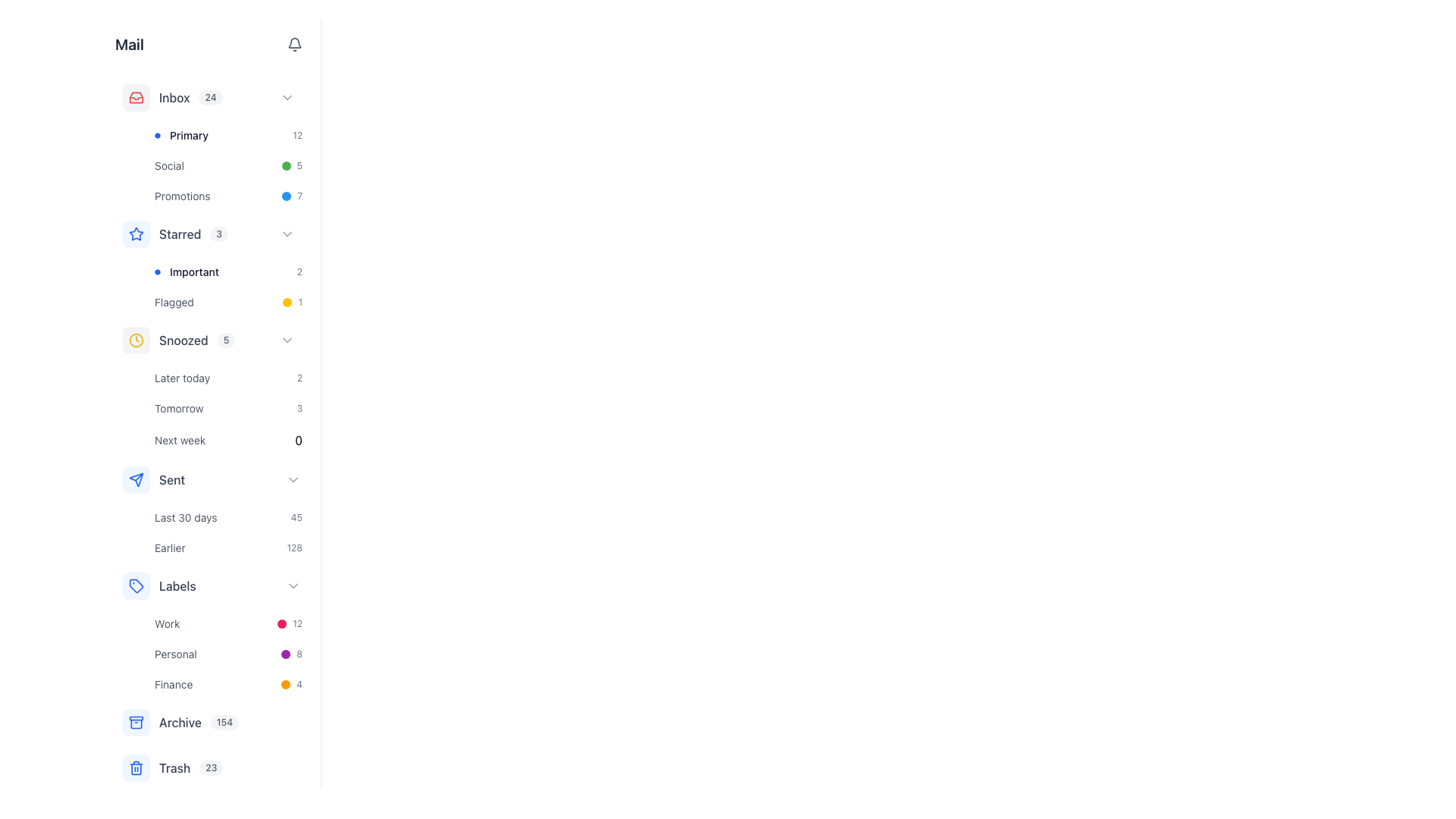 This screenshot has height=819, width=1456. What do you see at coordinates (227, 516) in the screenshot?
I see `the 'Last 30 days' button located in the left panel, below the 'Sent' section and above the 'Earlier' section` at bounding box center [227, 516].